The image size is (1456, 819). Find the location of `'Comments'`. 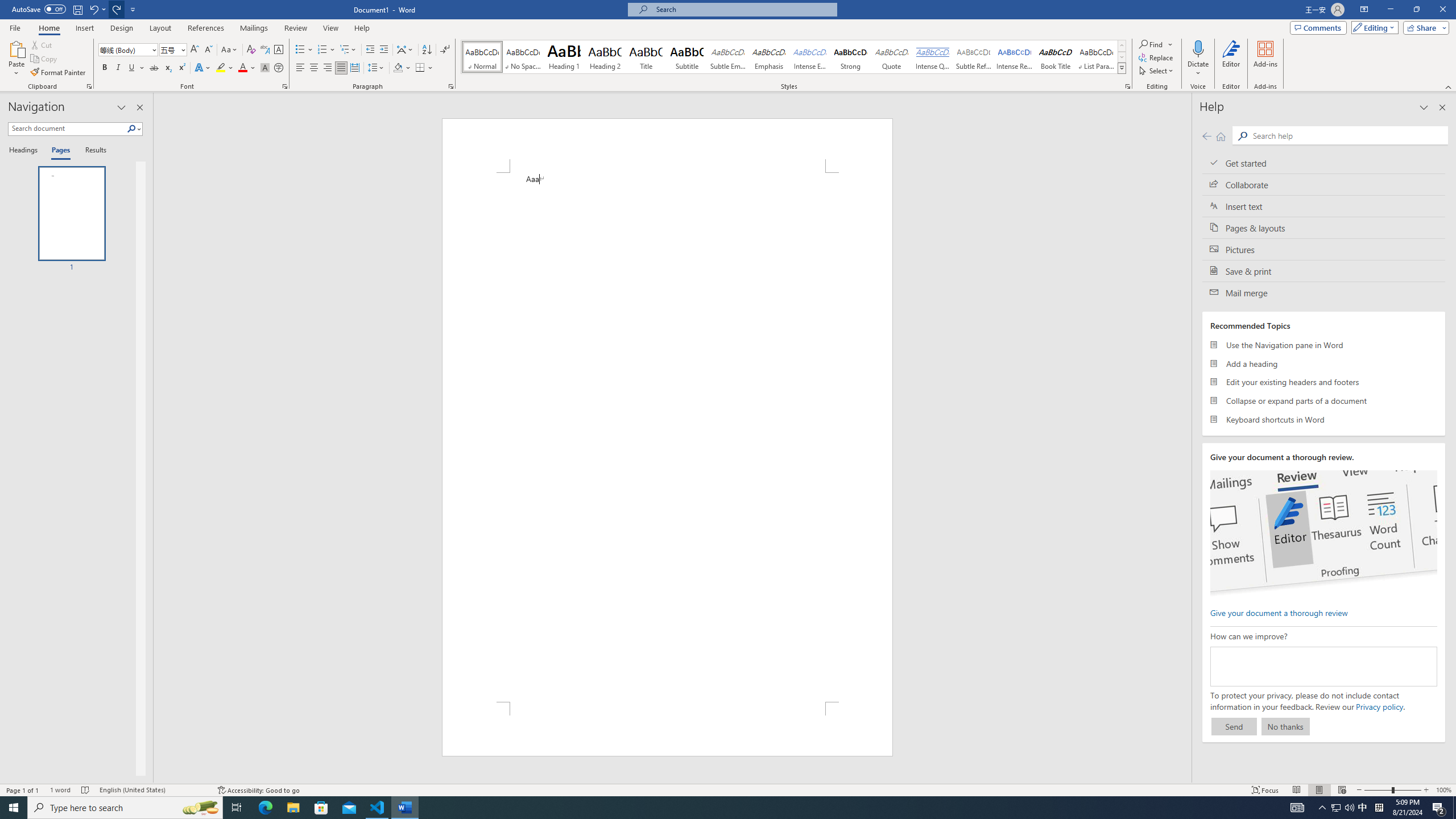

'Comments' is located at coordinates (1318, 27).